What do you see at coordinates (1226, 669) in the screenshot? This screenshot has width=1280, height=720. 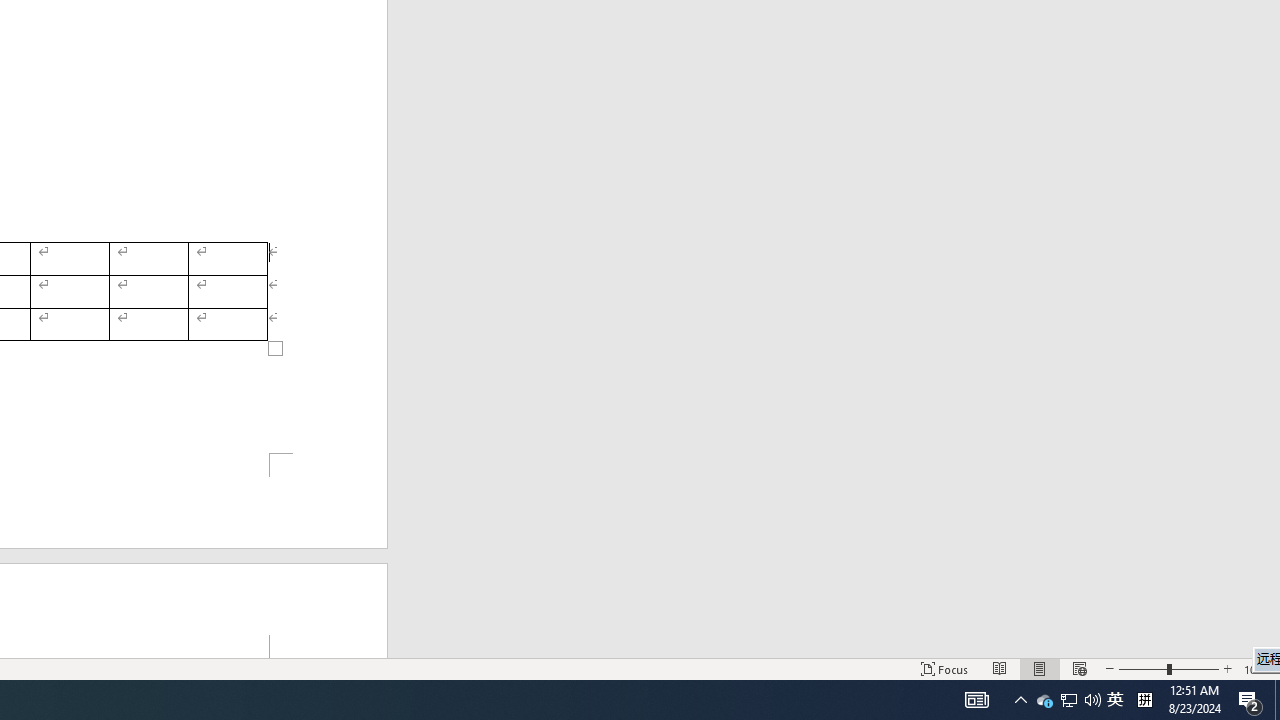 I see `'Zoom In'` at bounding box center [1226, 669].